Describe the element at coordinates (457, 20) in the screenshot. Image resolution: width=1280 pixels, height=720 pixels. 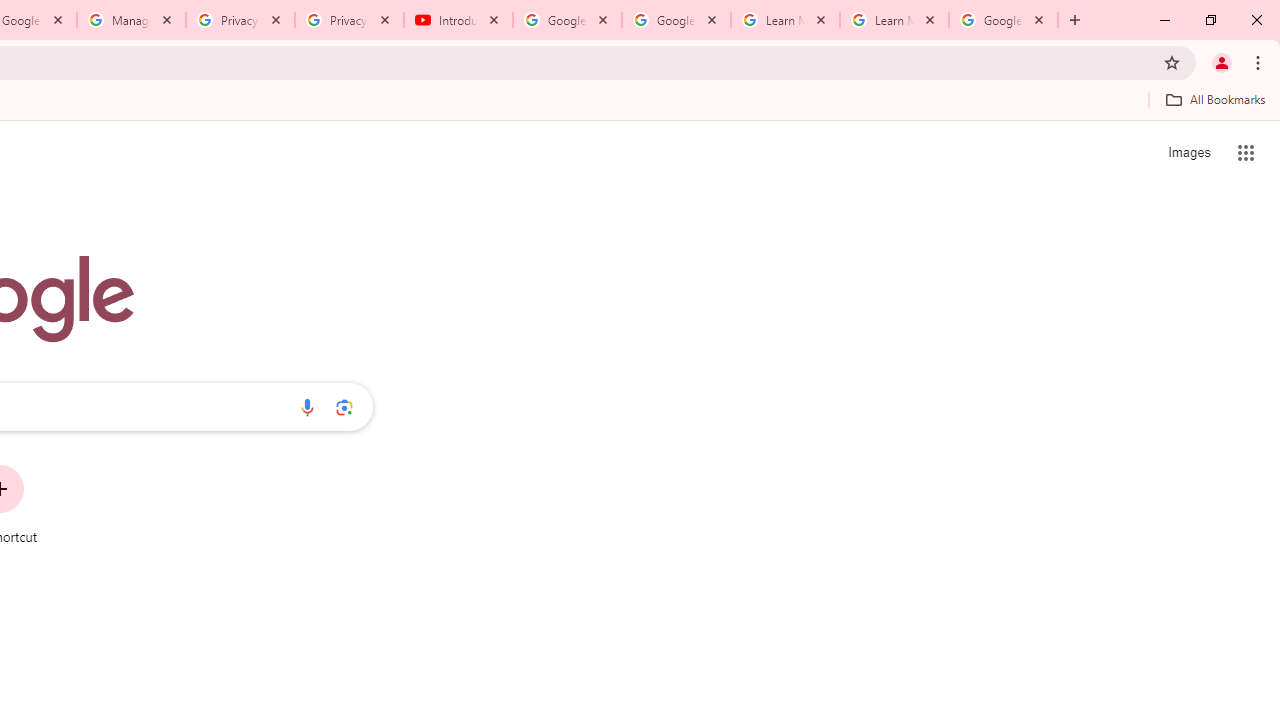
I see `'Introduction | Google Privacy Policy - YouTube'` at that location.